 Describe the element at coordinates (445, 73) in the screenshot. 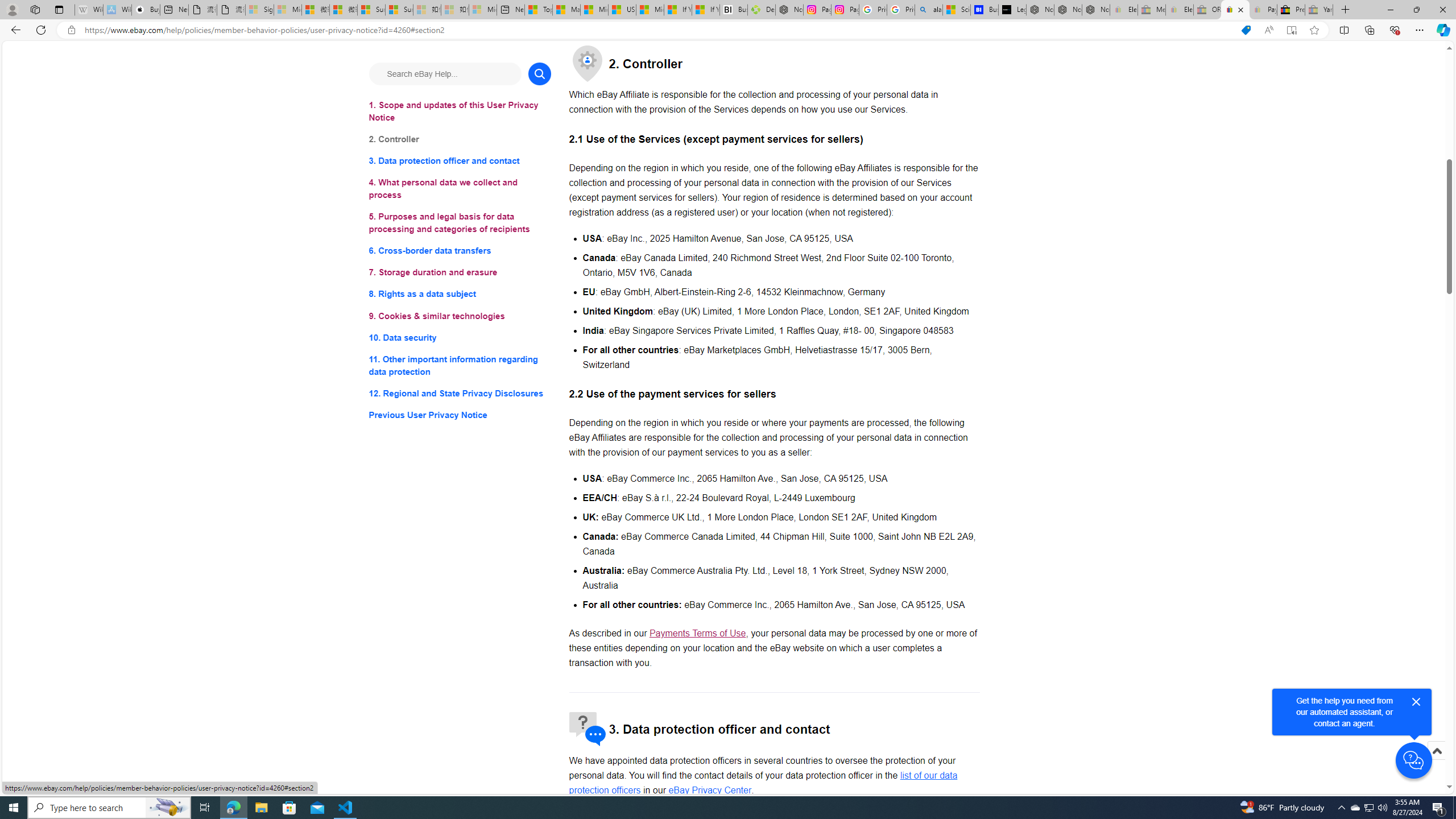

I see `'Search eBay Help...'` at that location.